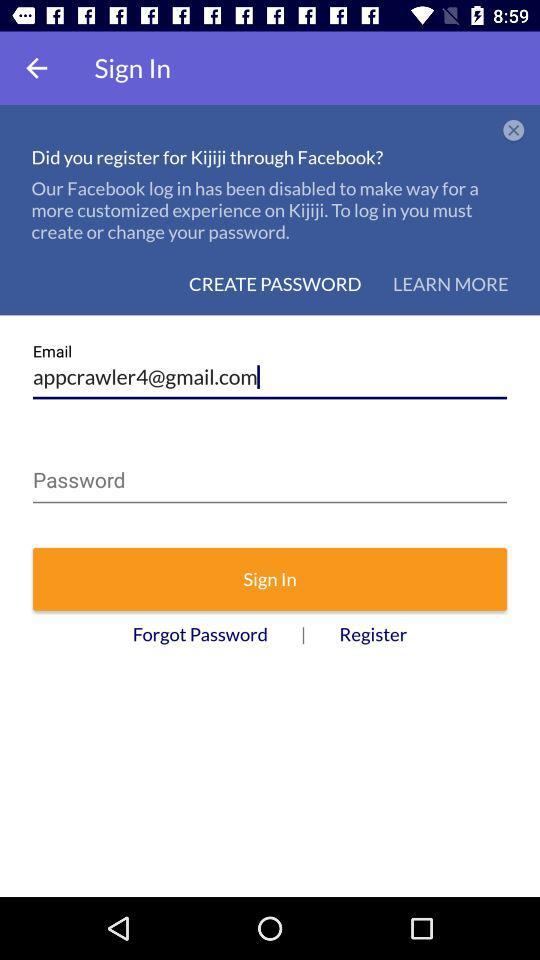 The height and width of the screenshot is (960, 540). What do you see at coordinates (513, 130) in the screenshot?
I see `the close icon` at bounding box center [513, 130].